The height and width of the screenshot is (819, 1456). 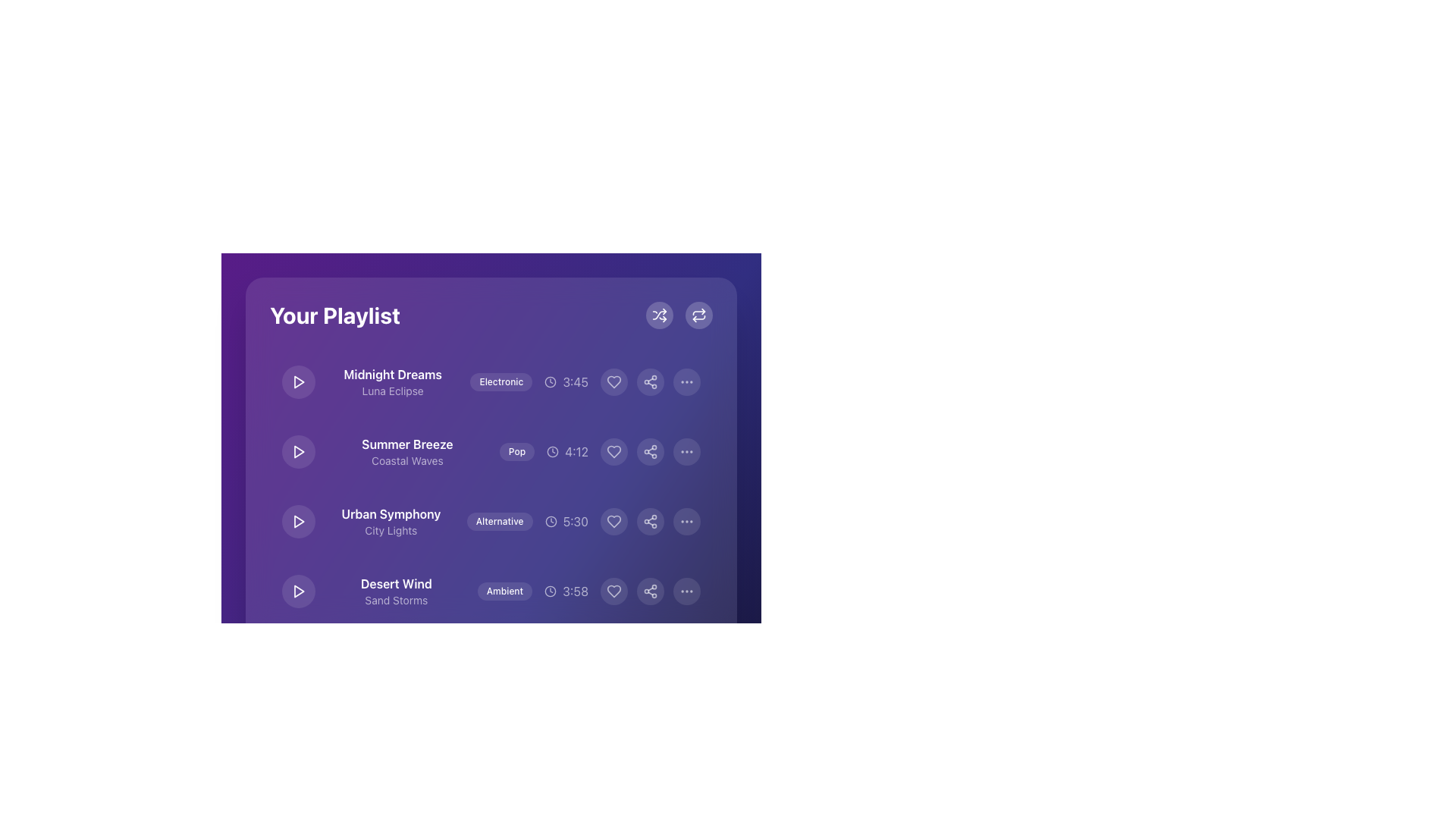 What do you see at coordinates (566, 451) in the screenshot?
I see `the text label displaying '4:12' which is positioned next to a clock icon in the second row of the playlist list` at bounding box center [566, 451].